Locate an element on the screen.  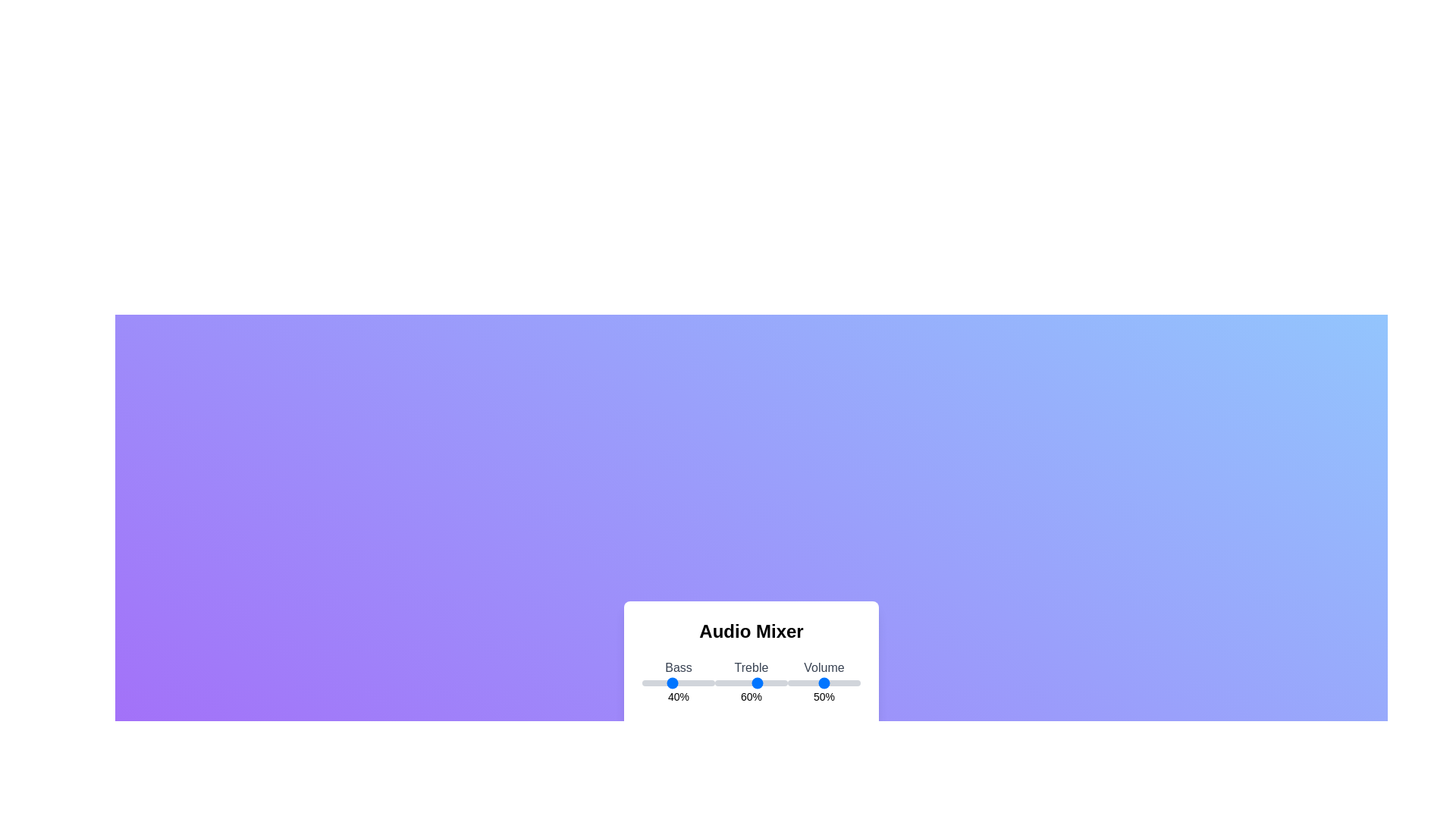
the volume slider to 50% is located at coordinates (823, 683).